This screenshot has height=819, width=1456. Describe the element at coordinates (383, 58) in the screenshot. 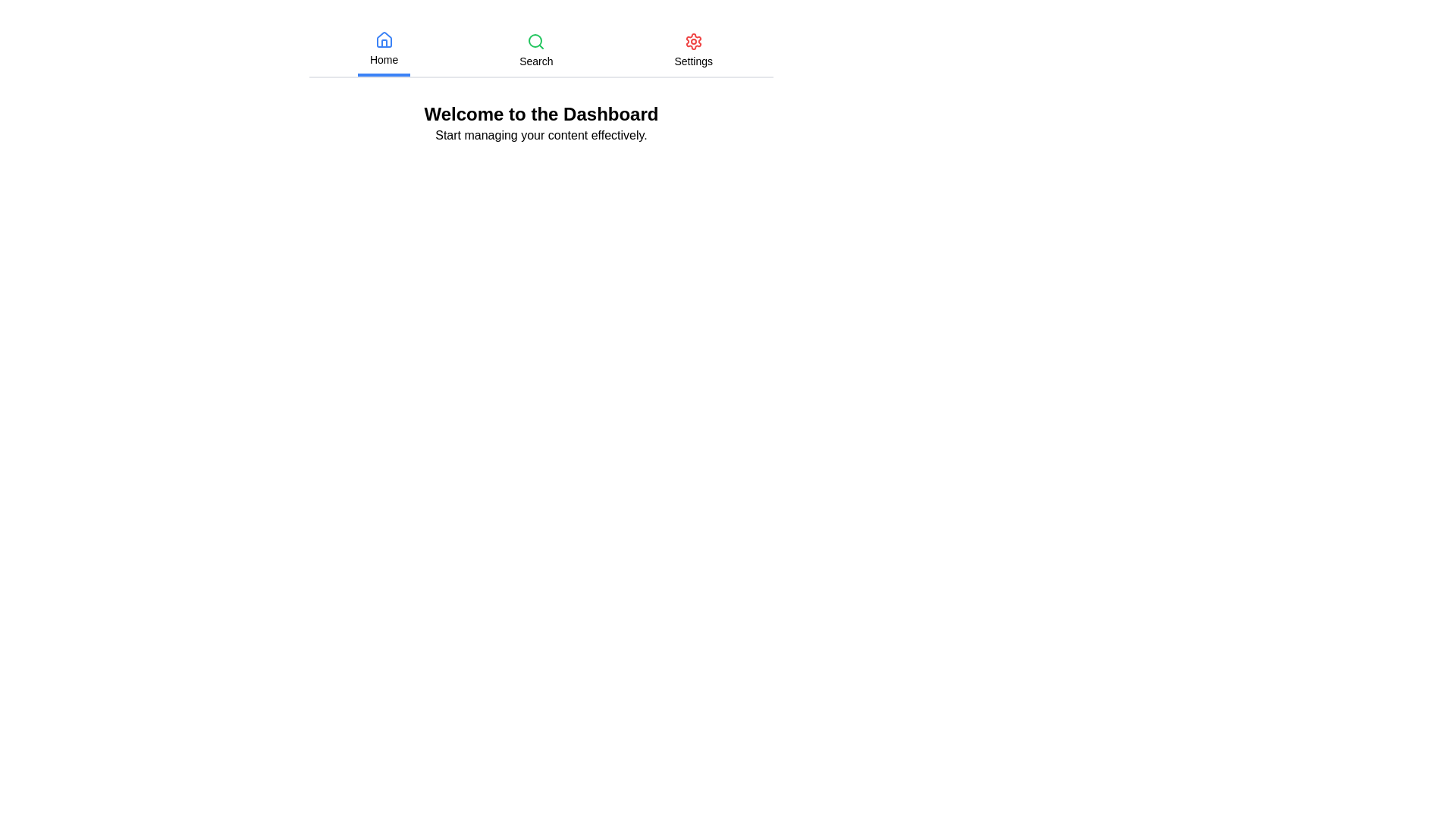

I see `the displayed text under the tab Home` at that location.